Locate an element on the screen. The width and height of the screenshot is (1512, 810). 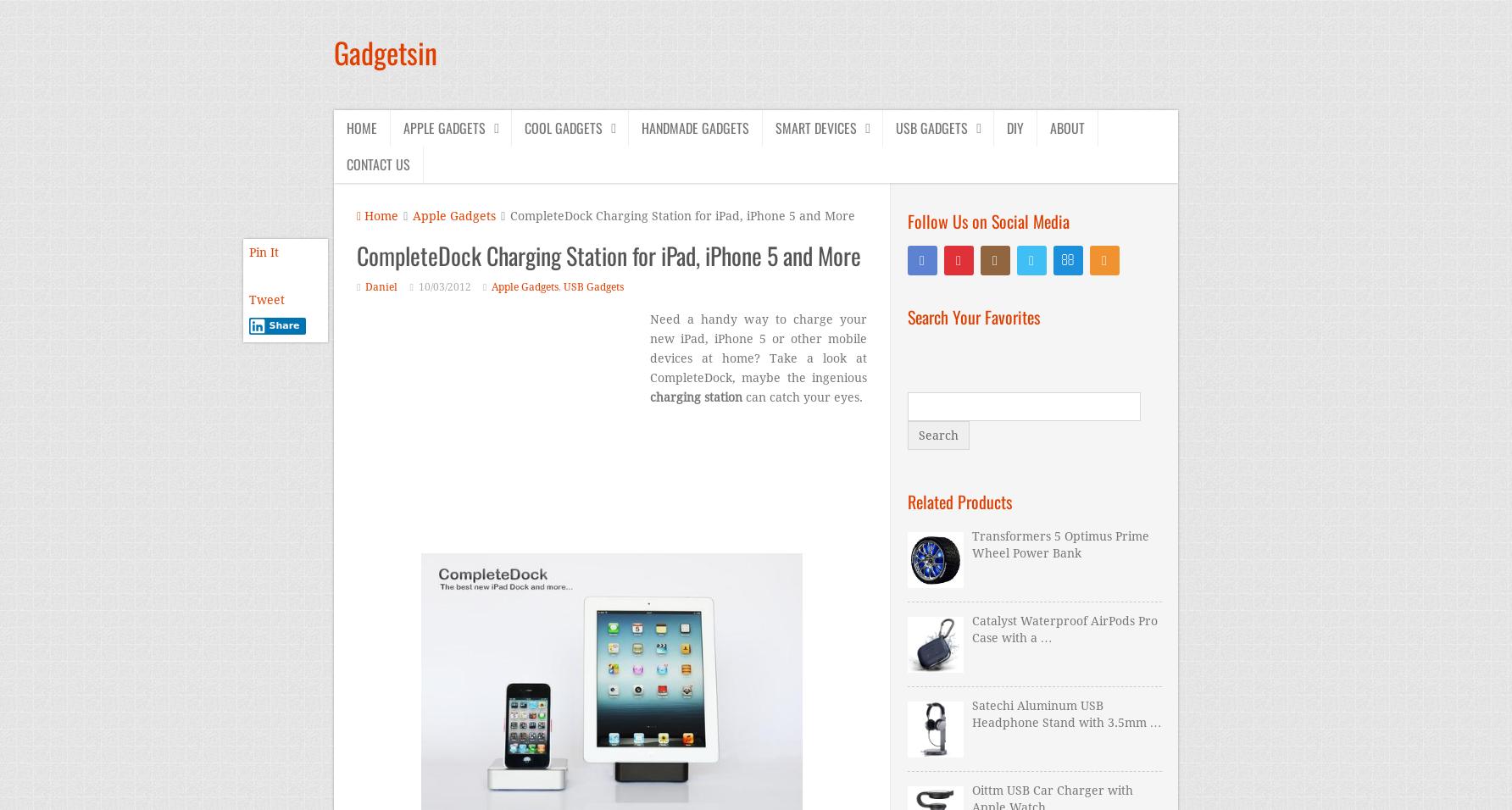
'Tweet' is located at coordinates (267, 299).